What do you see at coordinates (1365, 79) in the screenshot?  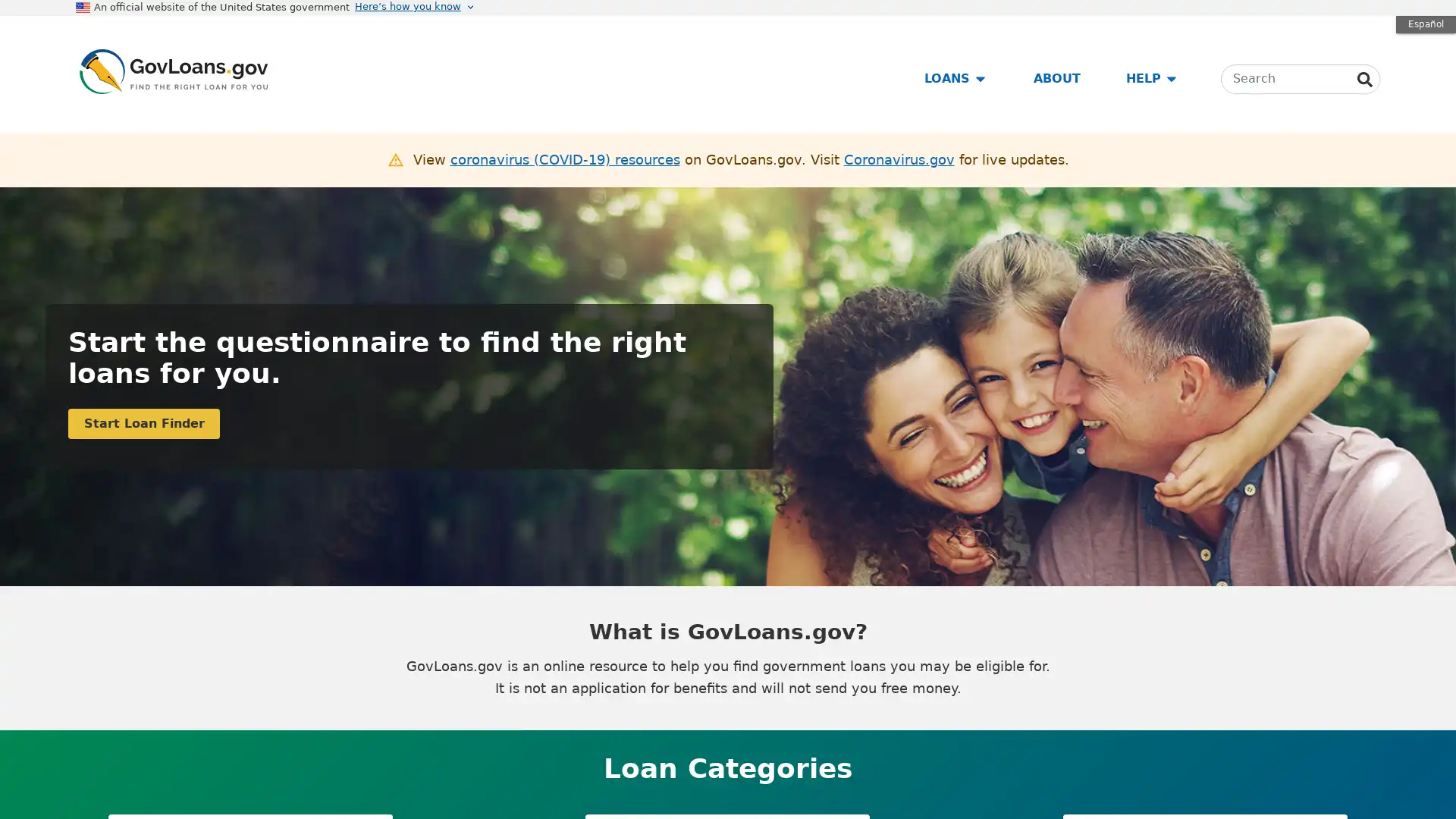 I see `Search` at bounding box center [1365, 79].